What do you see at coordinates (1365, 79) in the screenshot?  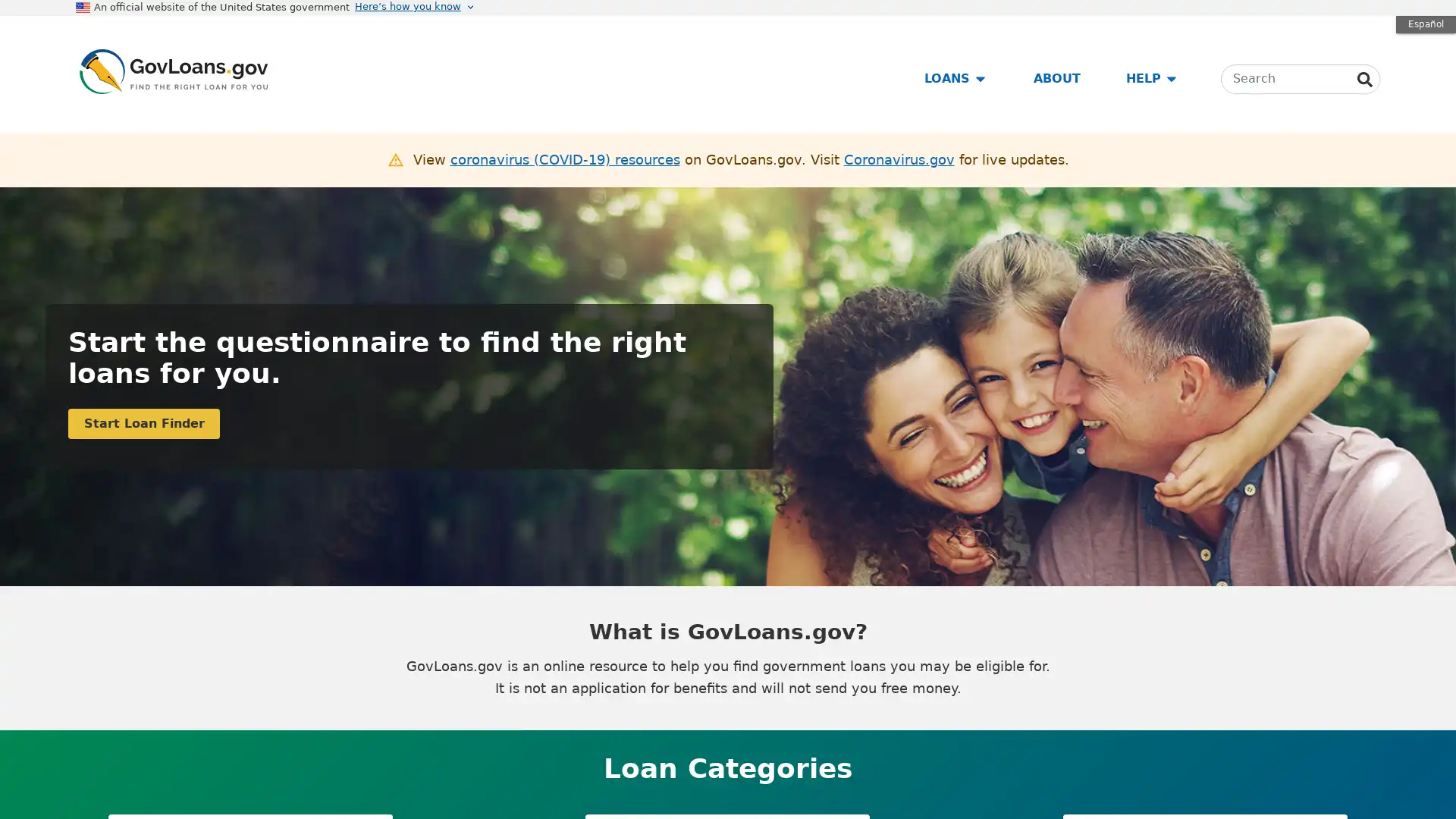 I see `Search` at bounding box center [1365, 79].